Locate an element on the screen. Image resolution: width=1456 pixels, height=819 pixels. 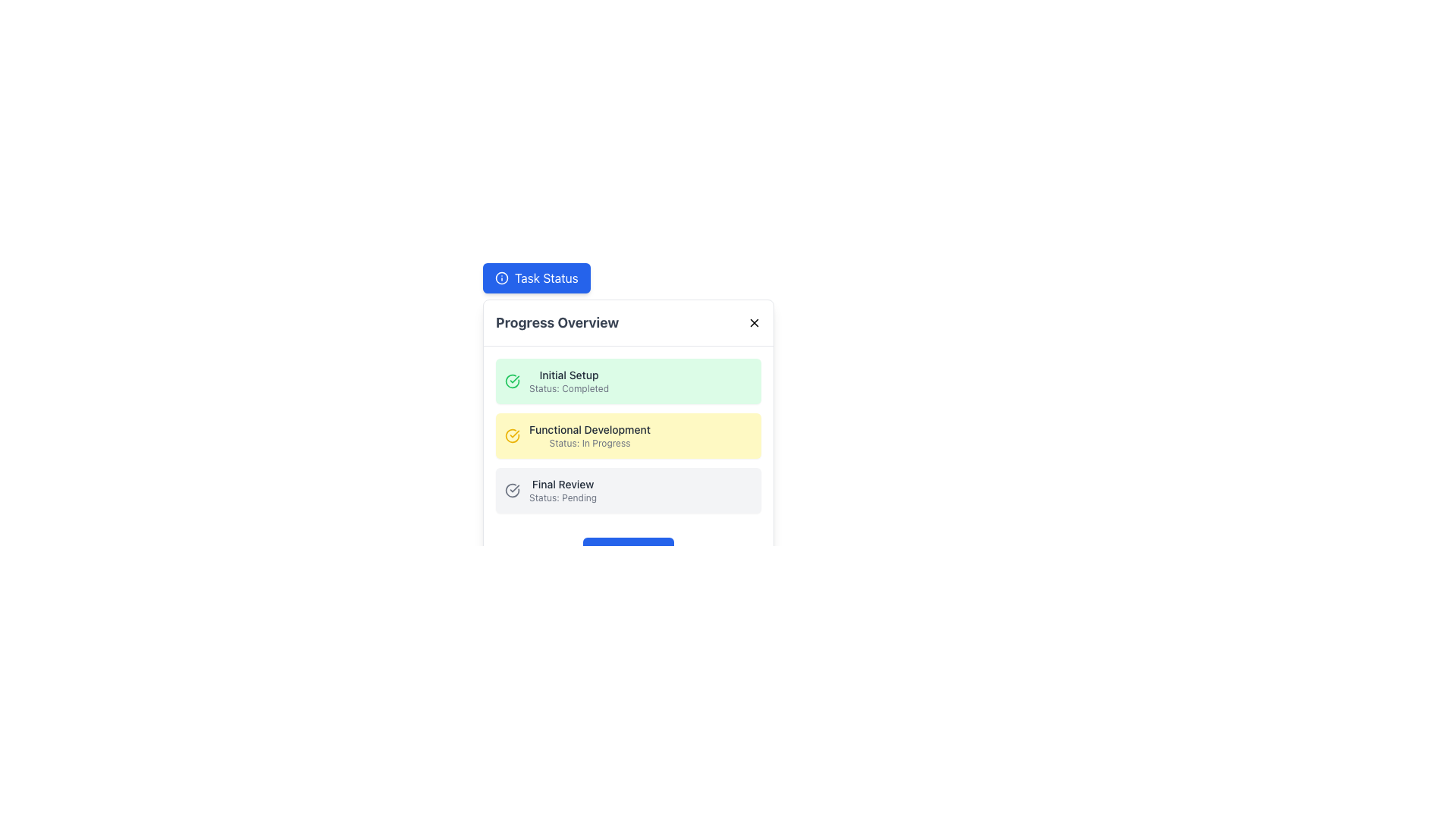
the SVG circle element located inside the SVG icon near the title 'Task Status' at the top left side of the progress overview dialog is located at coordinates (502, 278).